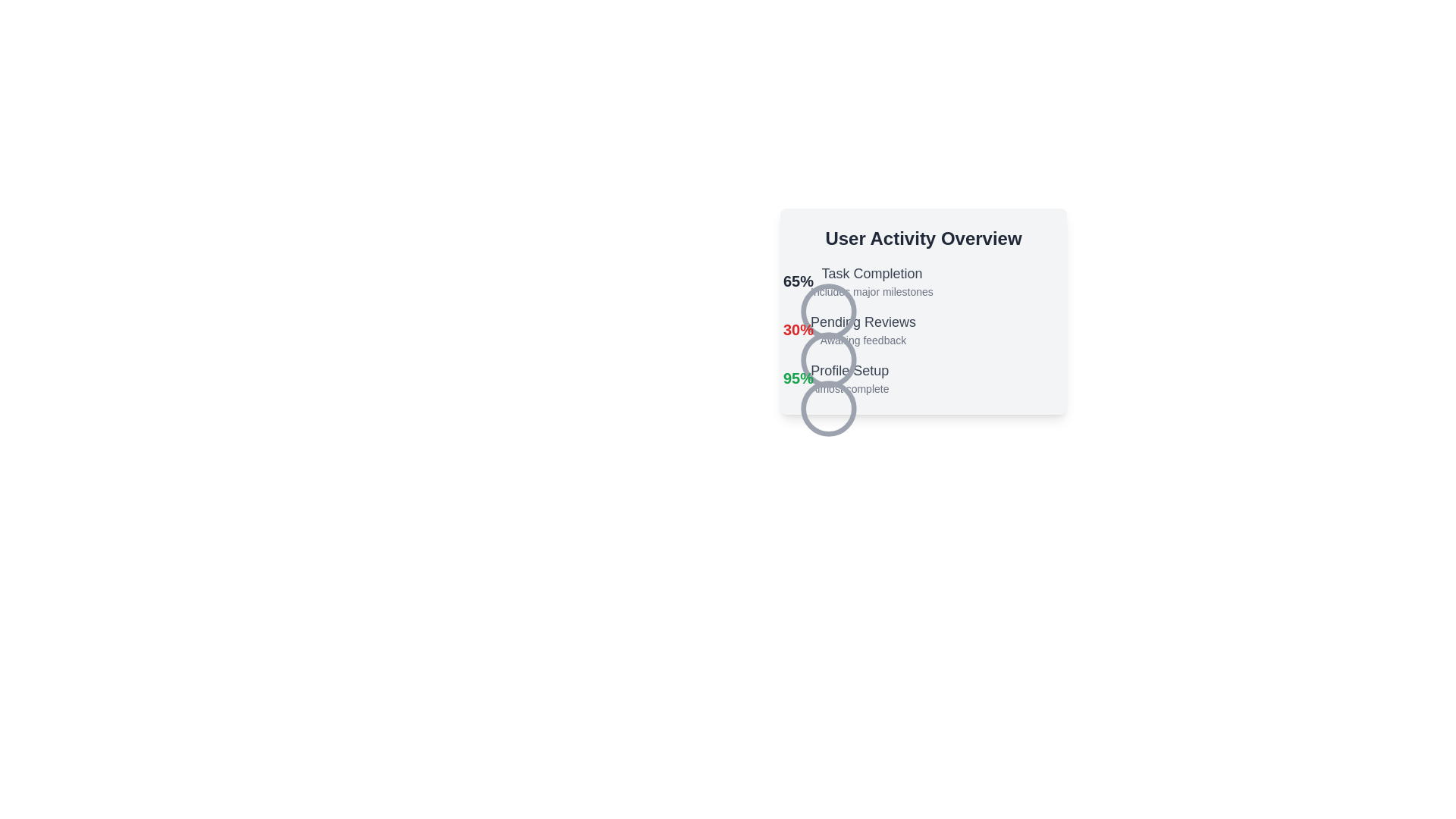 This screenshot has width=1456, height=819. I want to click on the heading text labeled 'Task Completion', which is prominently displayed with a bold and large font size in light gray color, positioned above the description text 'Includes major milestones' in the 'User Activity Overview' section, so click(871, 274).